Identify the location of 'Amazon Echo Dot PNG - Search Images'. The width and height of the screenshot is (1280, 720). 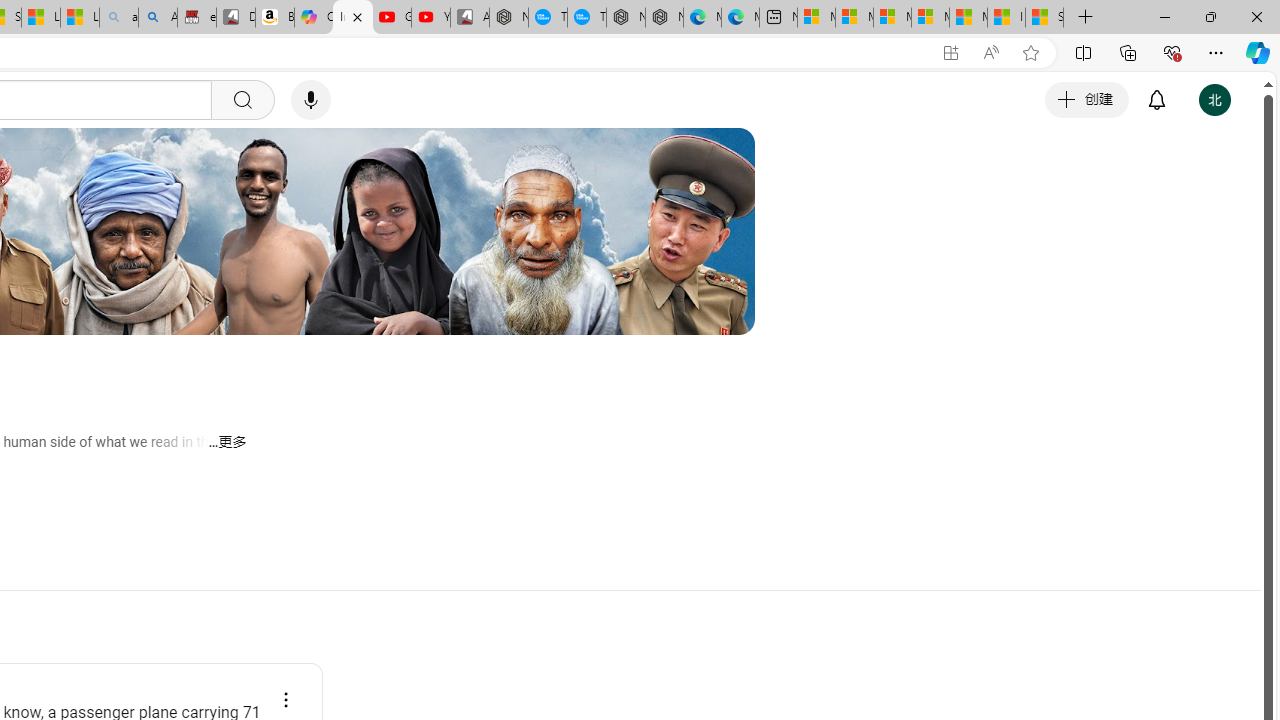
(157, 17).